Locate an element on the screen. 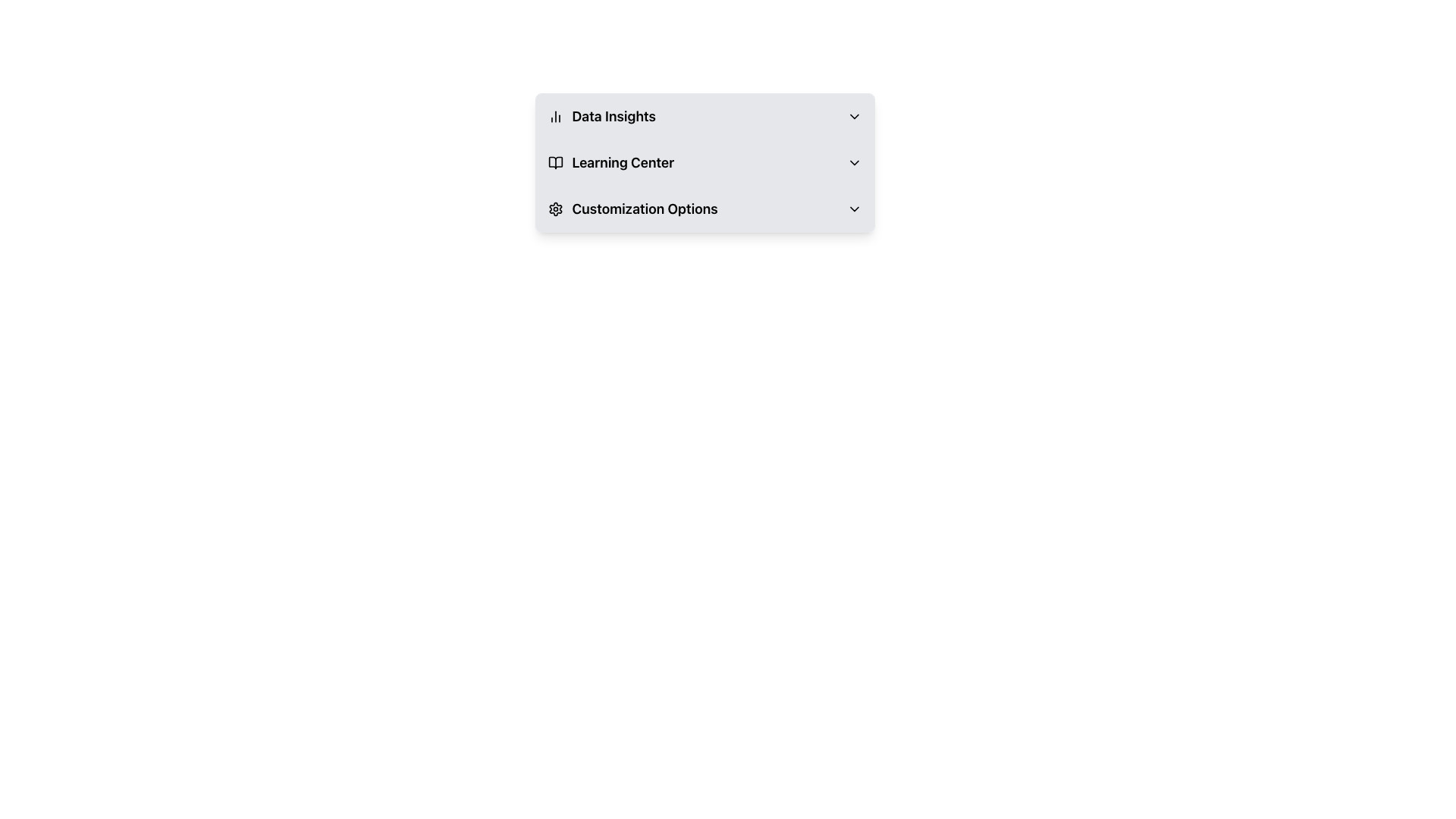 The width and height of the screenshot is (1456, 819). the dropdown chevron icon located at the far right of the 'Customization Options' section, indicating collapse or expand functionality is located at coordinates (854, 209).